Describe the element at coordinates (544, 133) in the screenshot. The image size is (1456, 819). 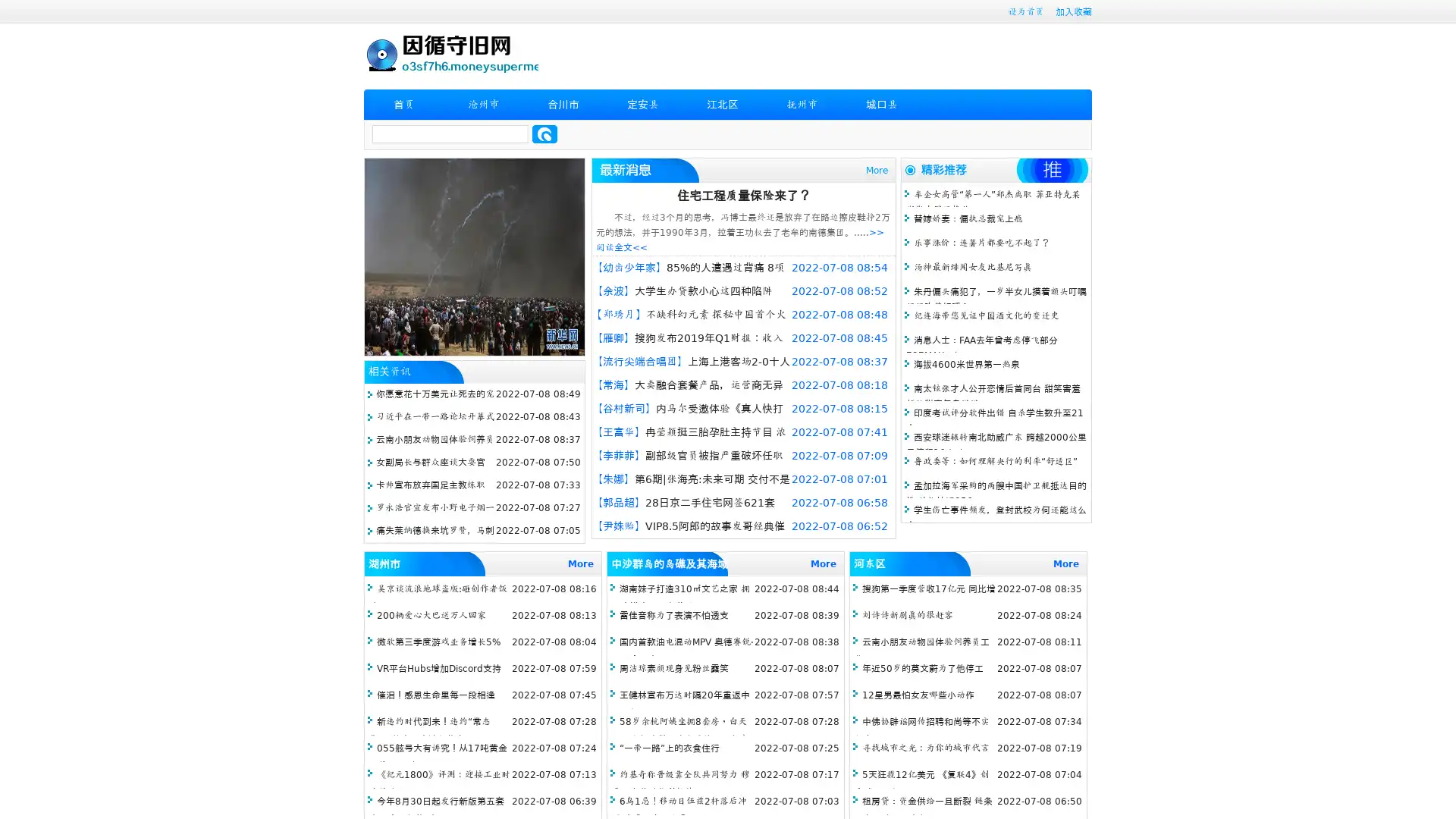
I see `Search` at that location.